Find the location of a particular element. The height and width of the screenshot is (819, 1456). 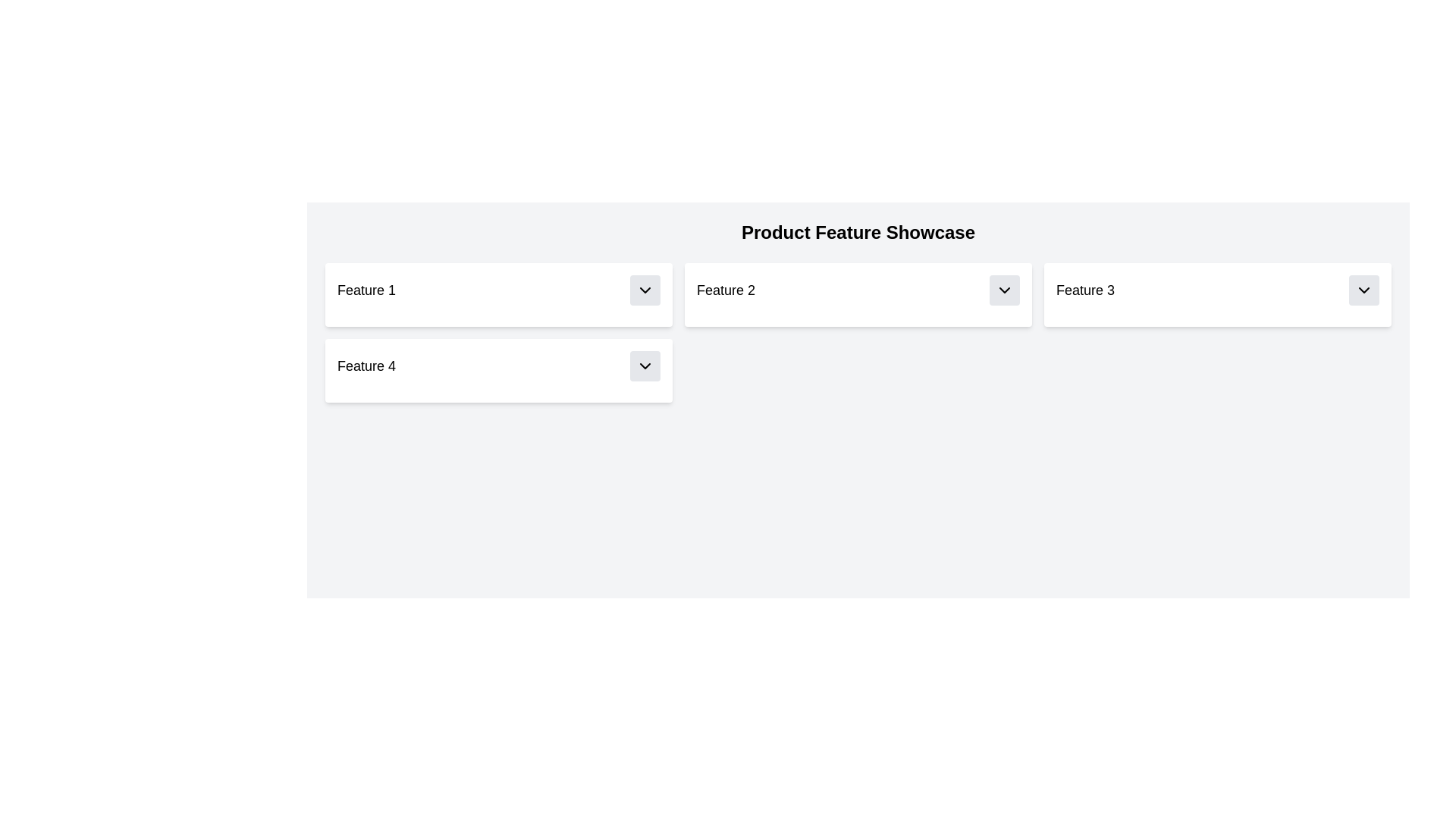

the Information card featuring 'Feature 1' with a dropdown arrow, located in the top-left corner of the grid layout is located at coordinates (498, 295).